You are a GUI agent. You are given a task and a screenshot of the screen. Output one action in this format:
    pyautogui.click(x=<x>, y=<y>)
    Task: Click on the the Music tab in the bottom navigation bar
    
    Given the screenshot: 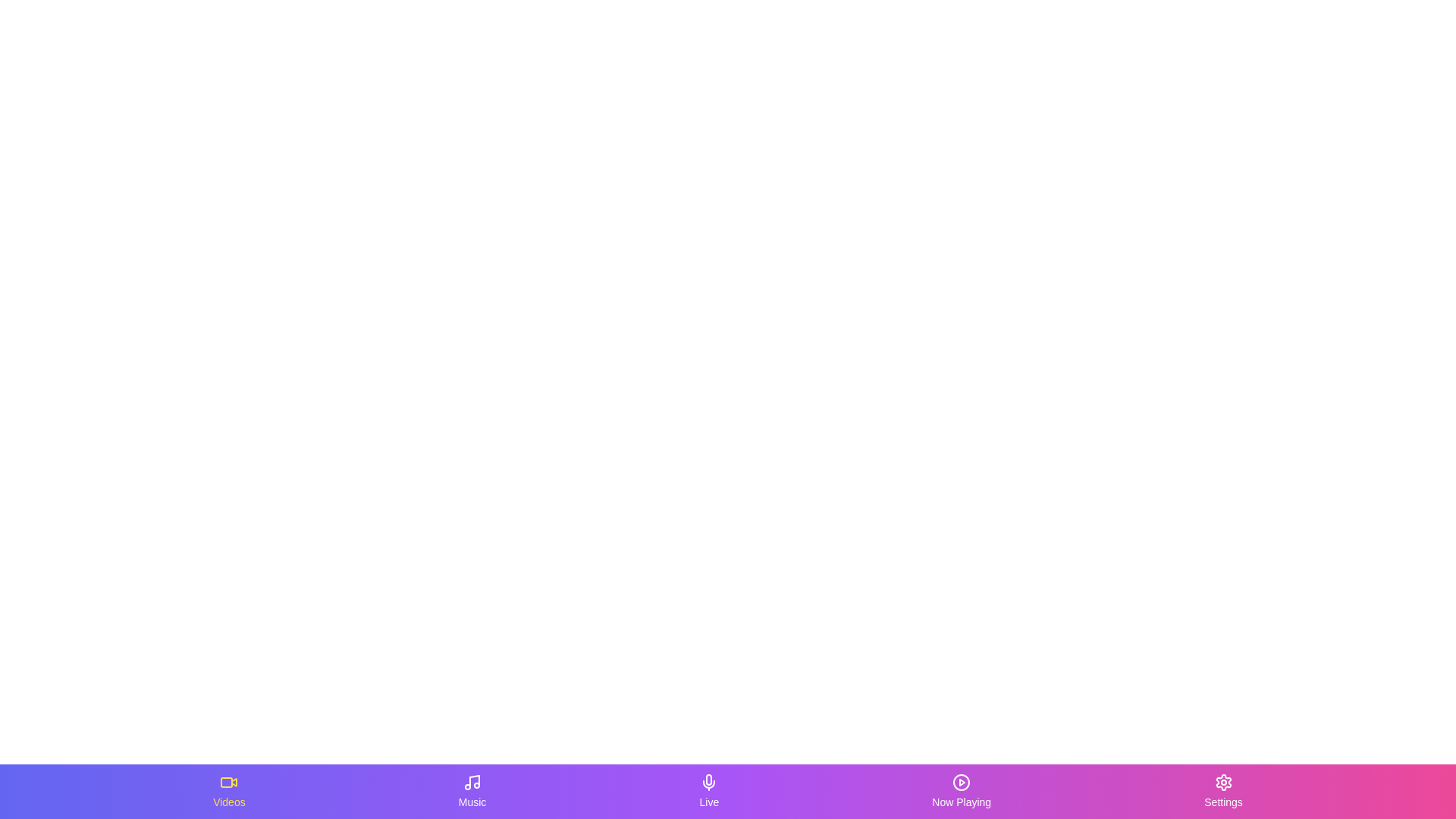 What is the action you would take?
    pyautogui.click(x=472, y=791)
    